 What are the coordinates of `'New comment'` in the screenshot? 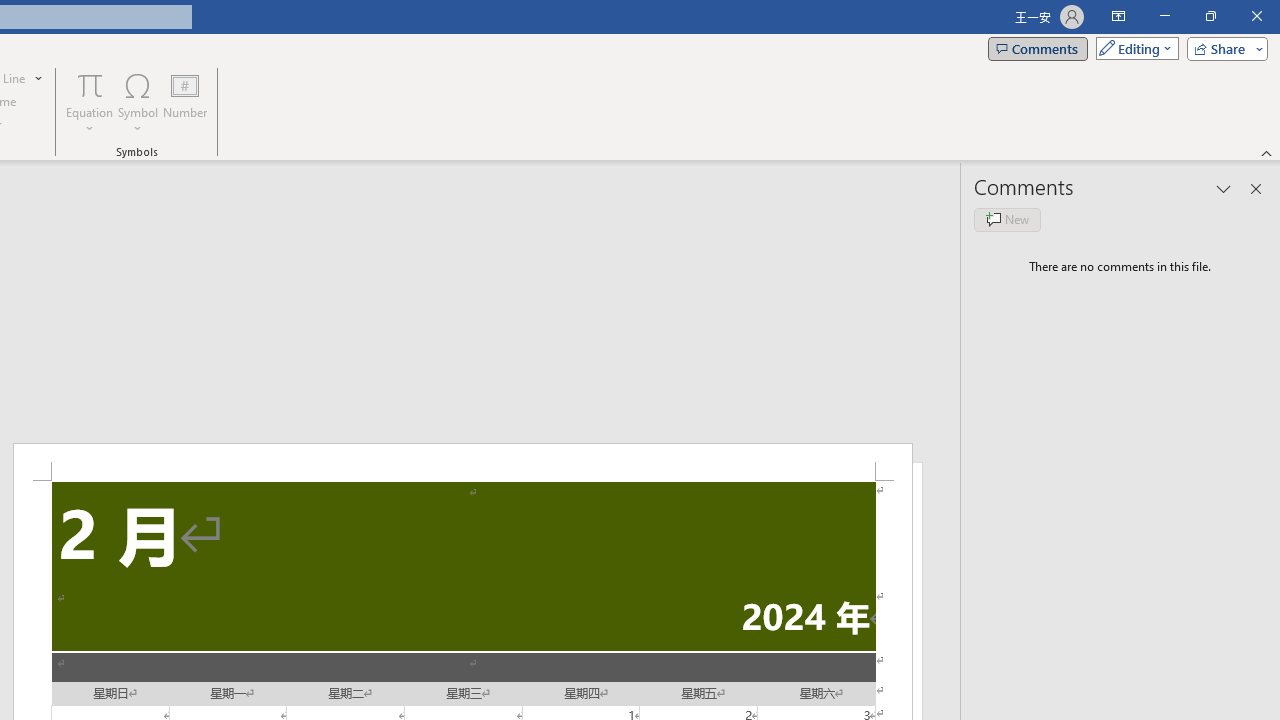 It's located at (1007, 219).